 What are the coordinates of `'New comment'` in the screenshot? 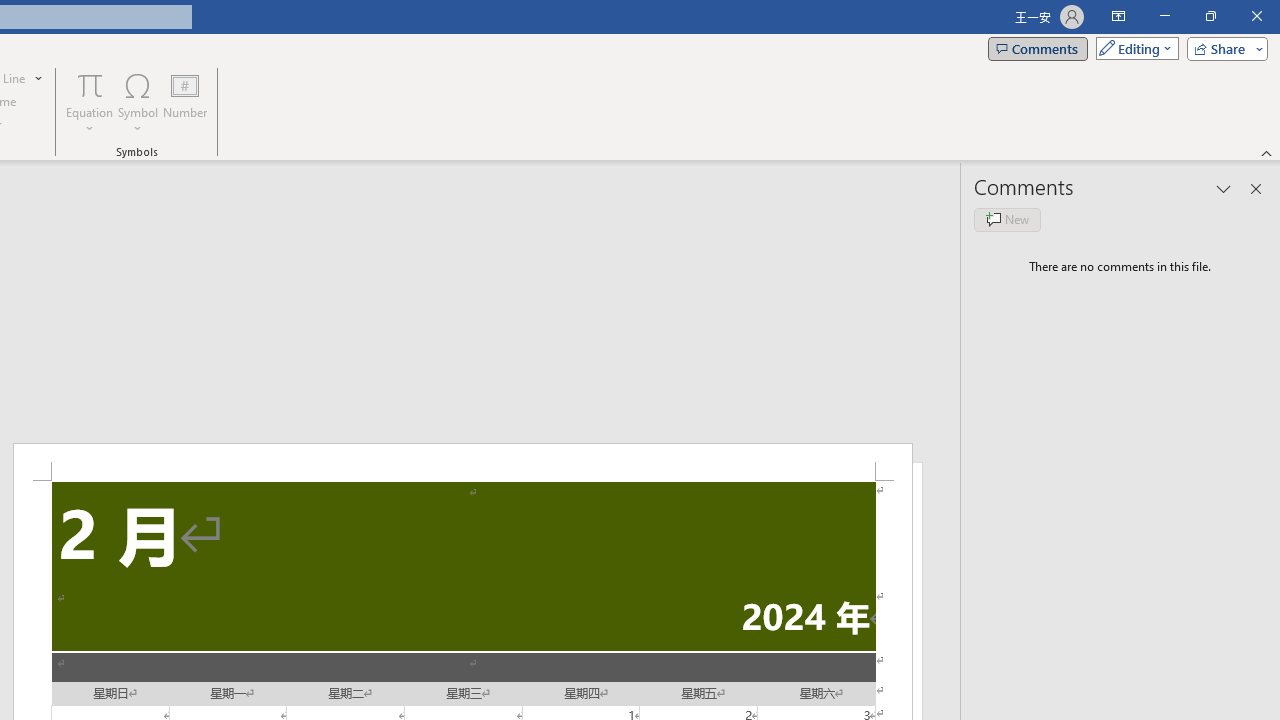 It's located at (1007, 219).